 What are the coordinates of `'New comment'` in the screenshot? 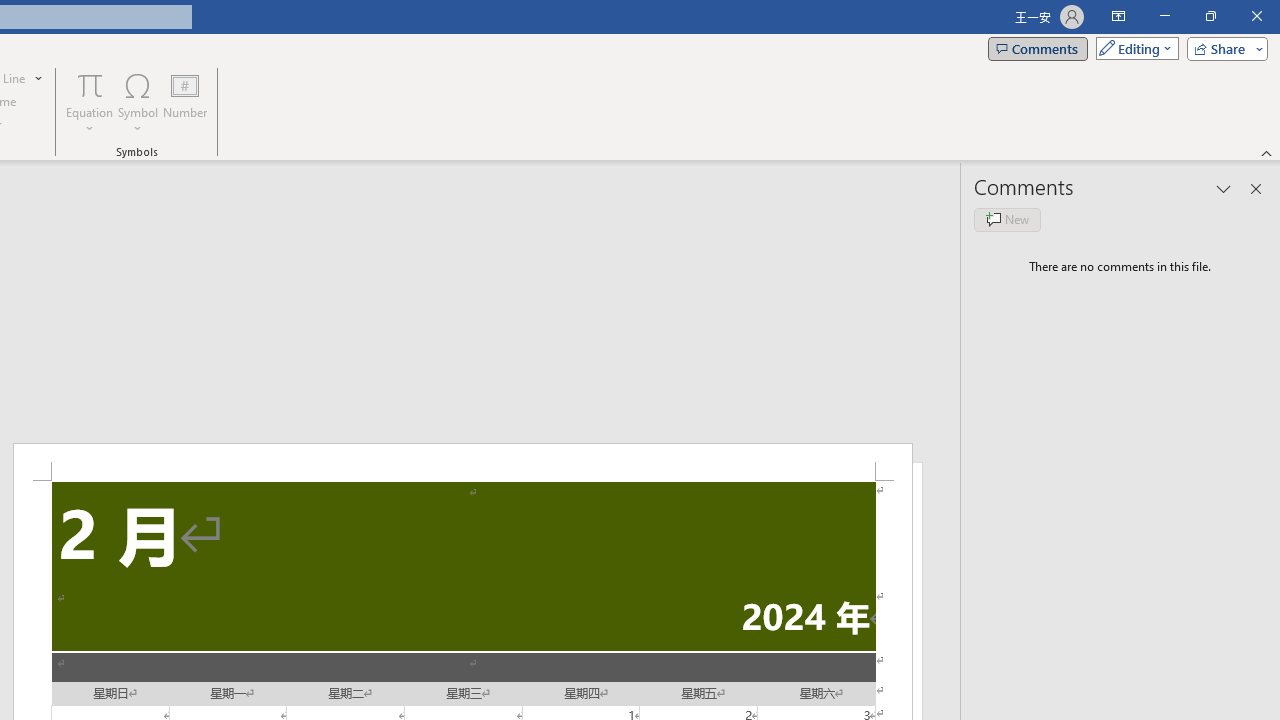 It's located at (1007, 219).